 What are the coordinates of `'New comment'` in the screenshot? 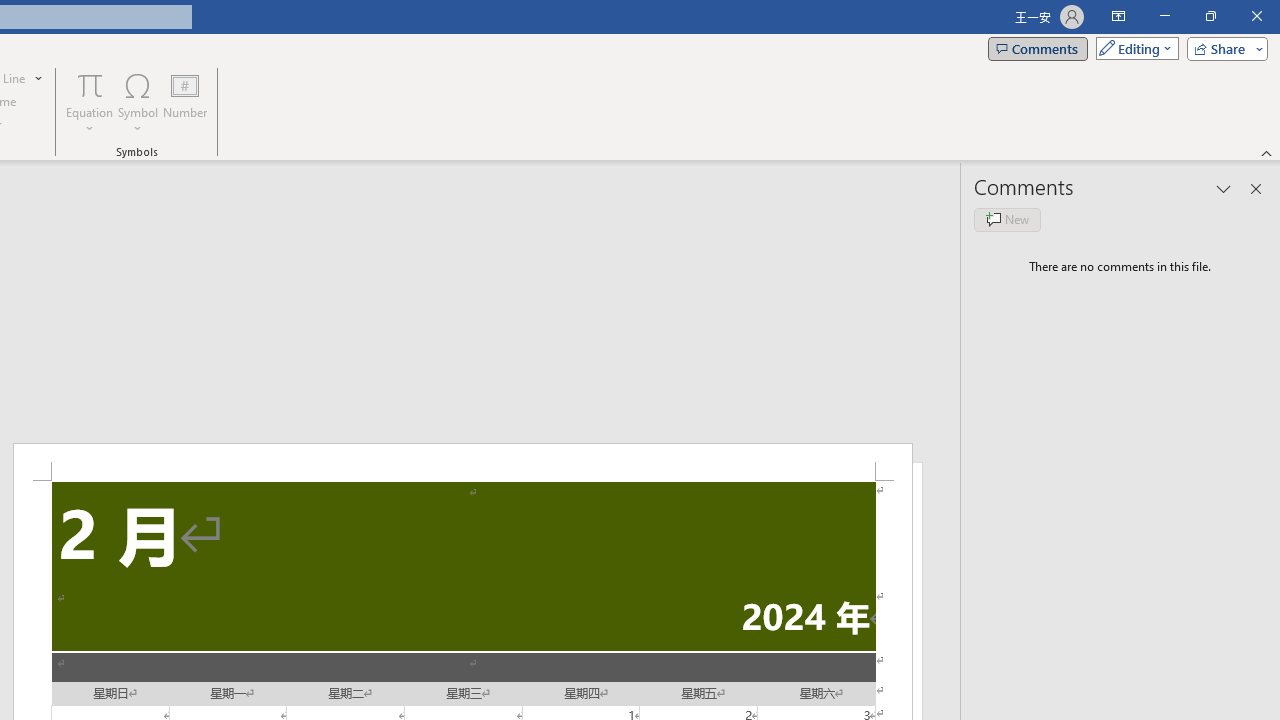 It's located at (1007, 219).